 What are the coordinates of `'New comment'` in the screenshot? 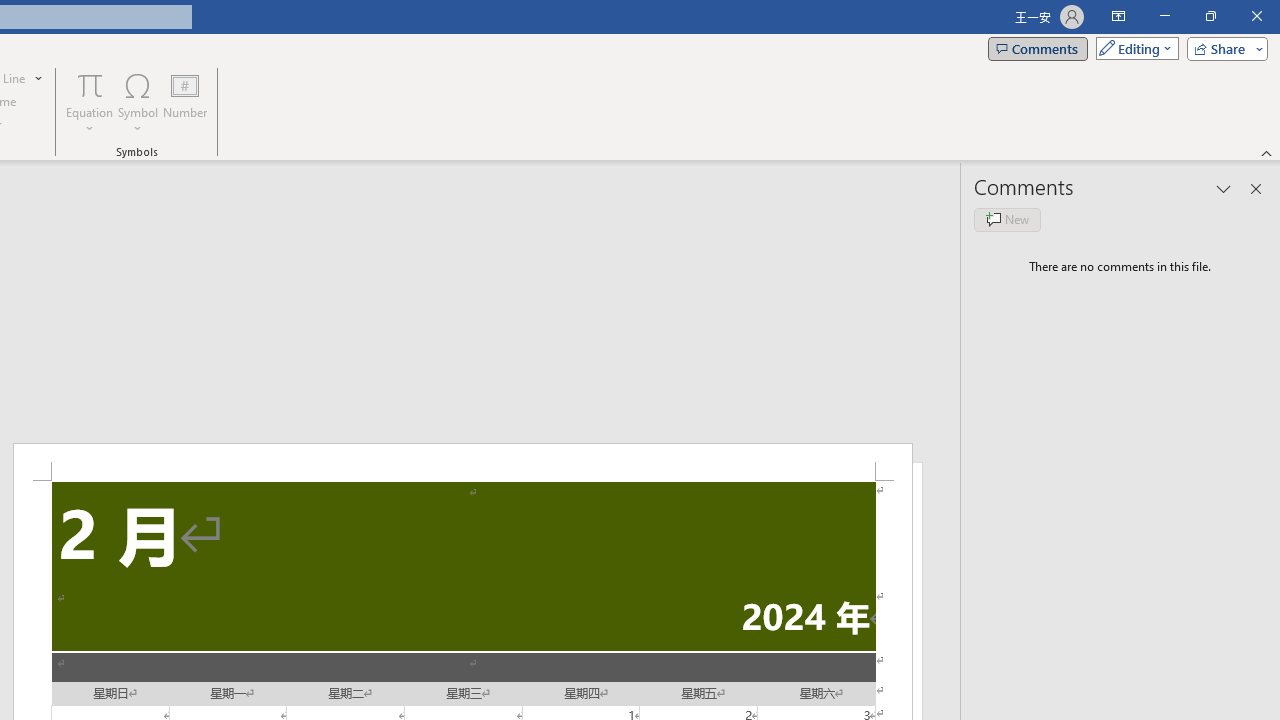 It's located at (1007, 219).